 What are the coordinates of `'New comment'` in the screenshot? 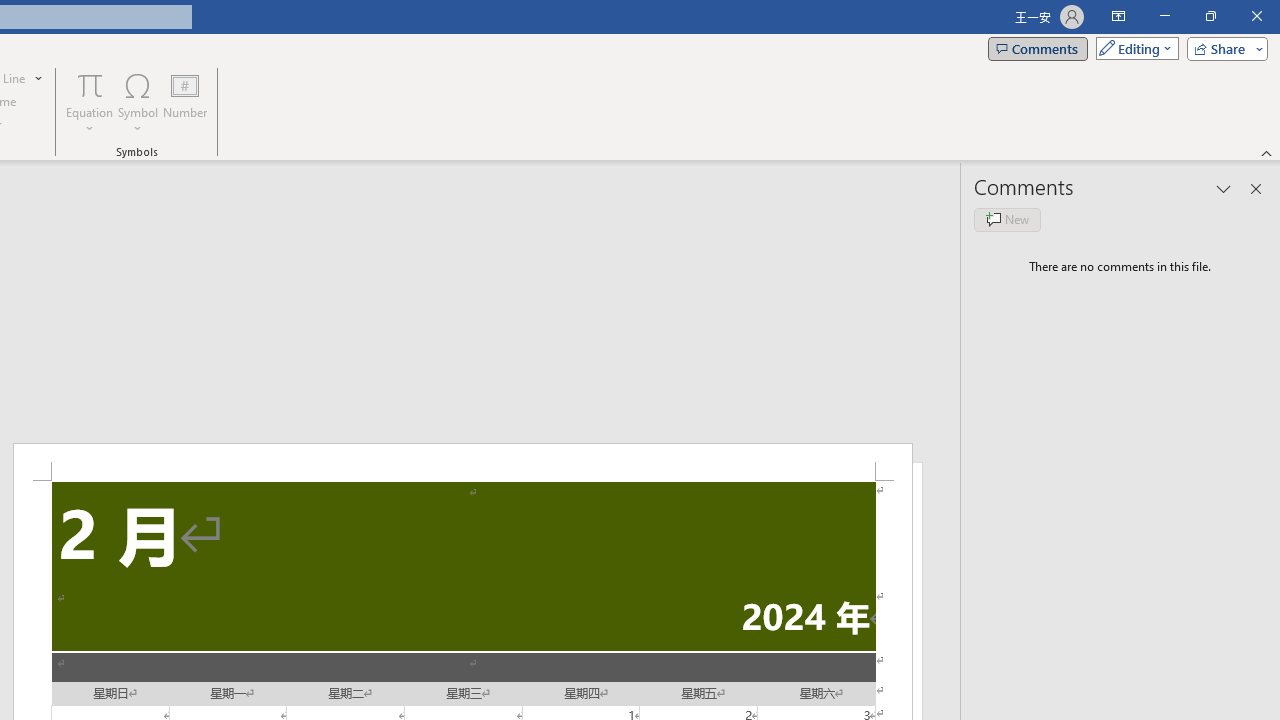 It's located at (1007, 219).